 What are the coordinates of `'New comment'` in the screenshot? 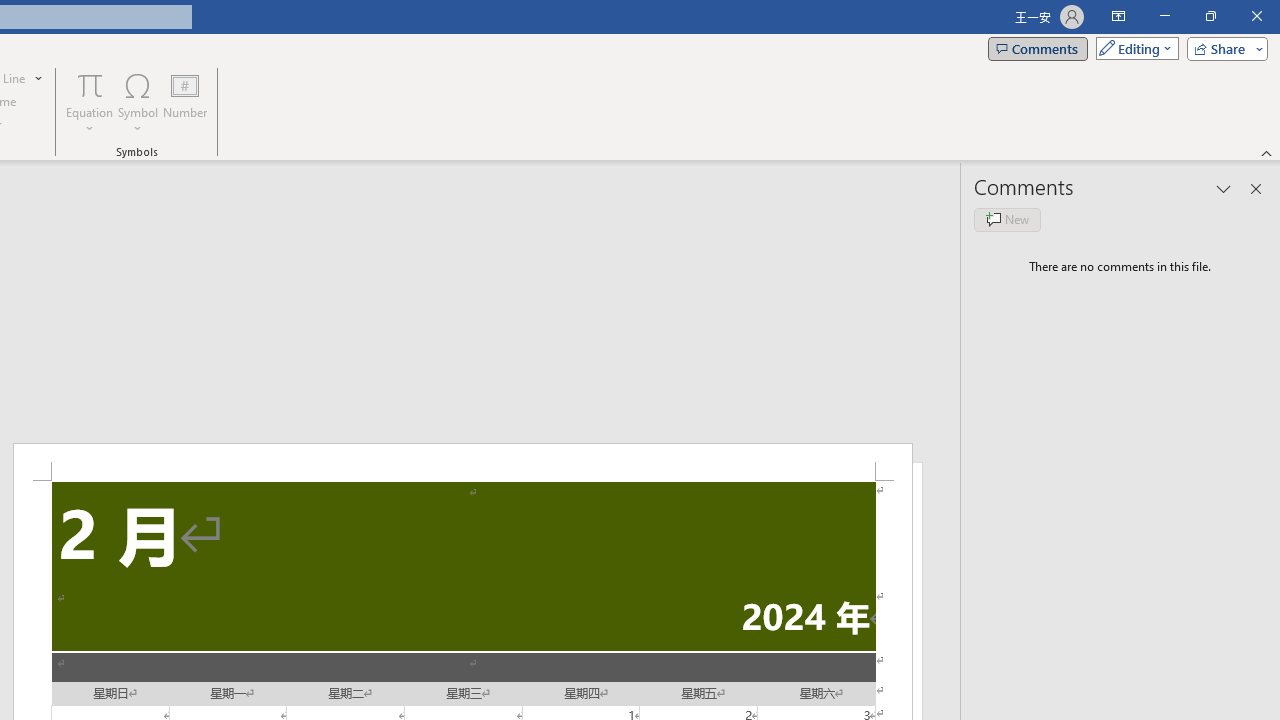 It's located at (1007, 219).